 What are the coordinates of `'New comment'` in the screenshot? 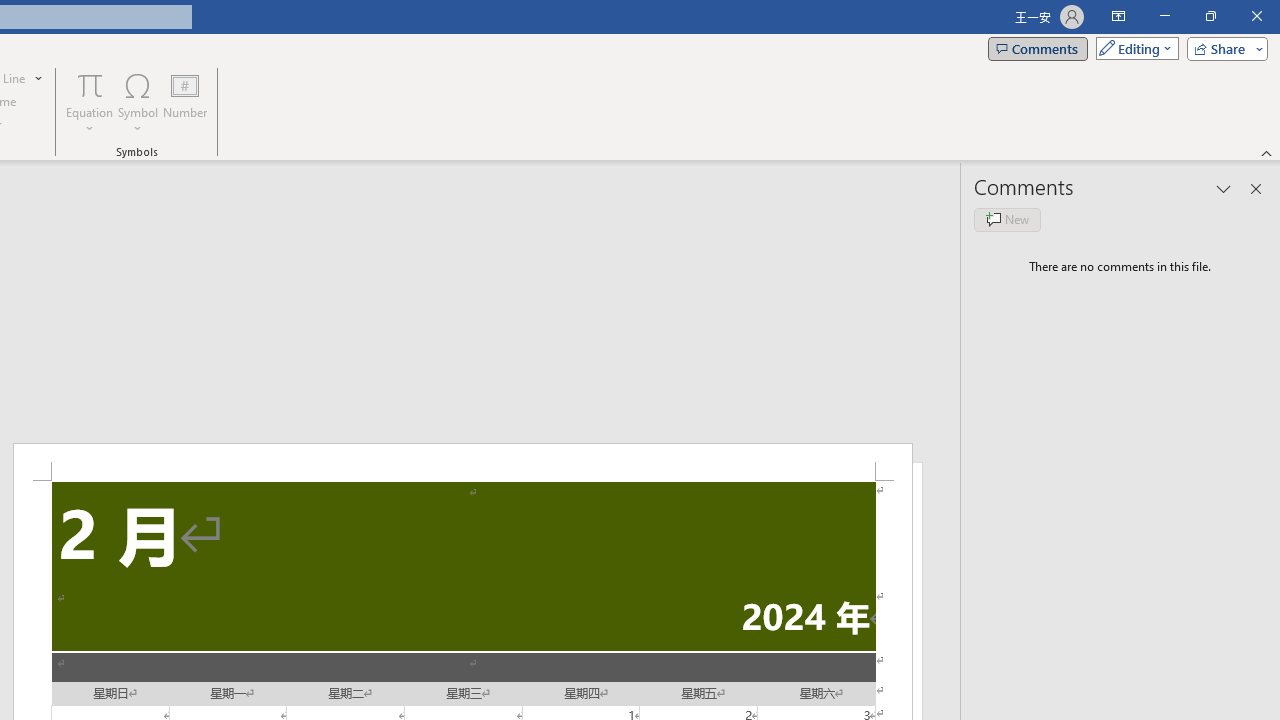 It's located at (1007, 219).